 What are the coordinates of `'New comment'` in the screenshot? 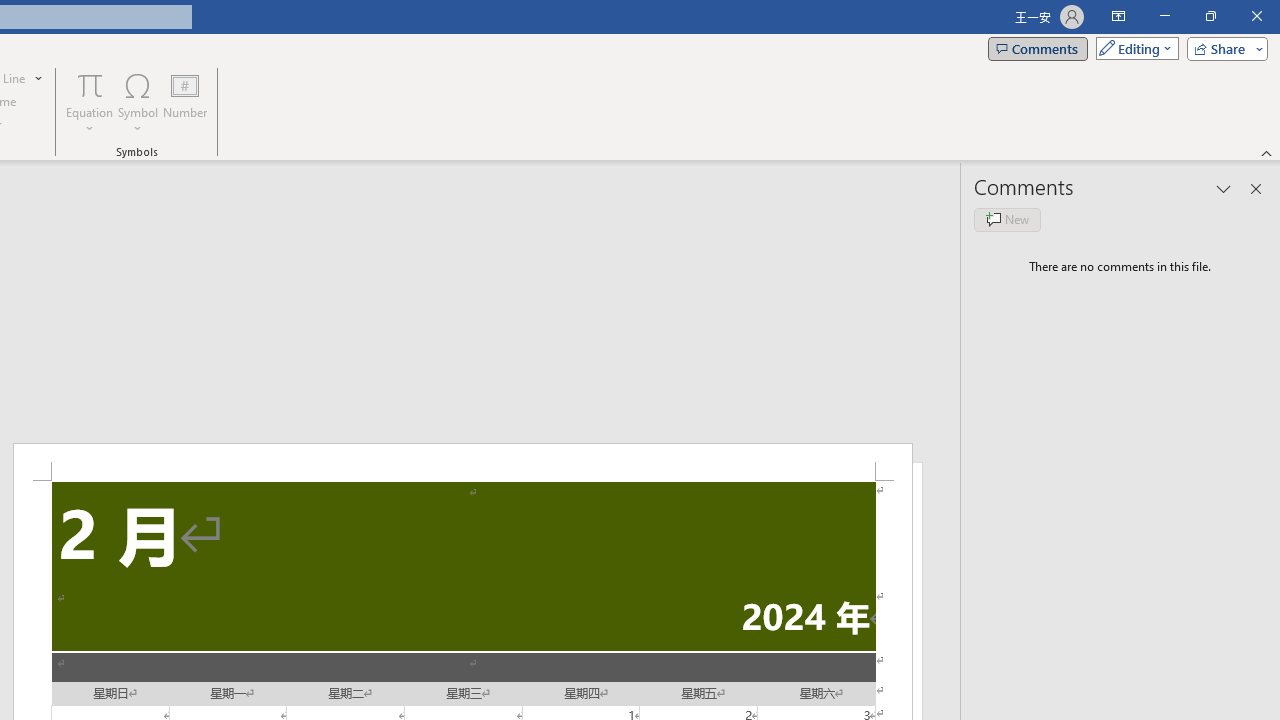 It's located at (1007, 219).